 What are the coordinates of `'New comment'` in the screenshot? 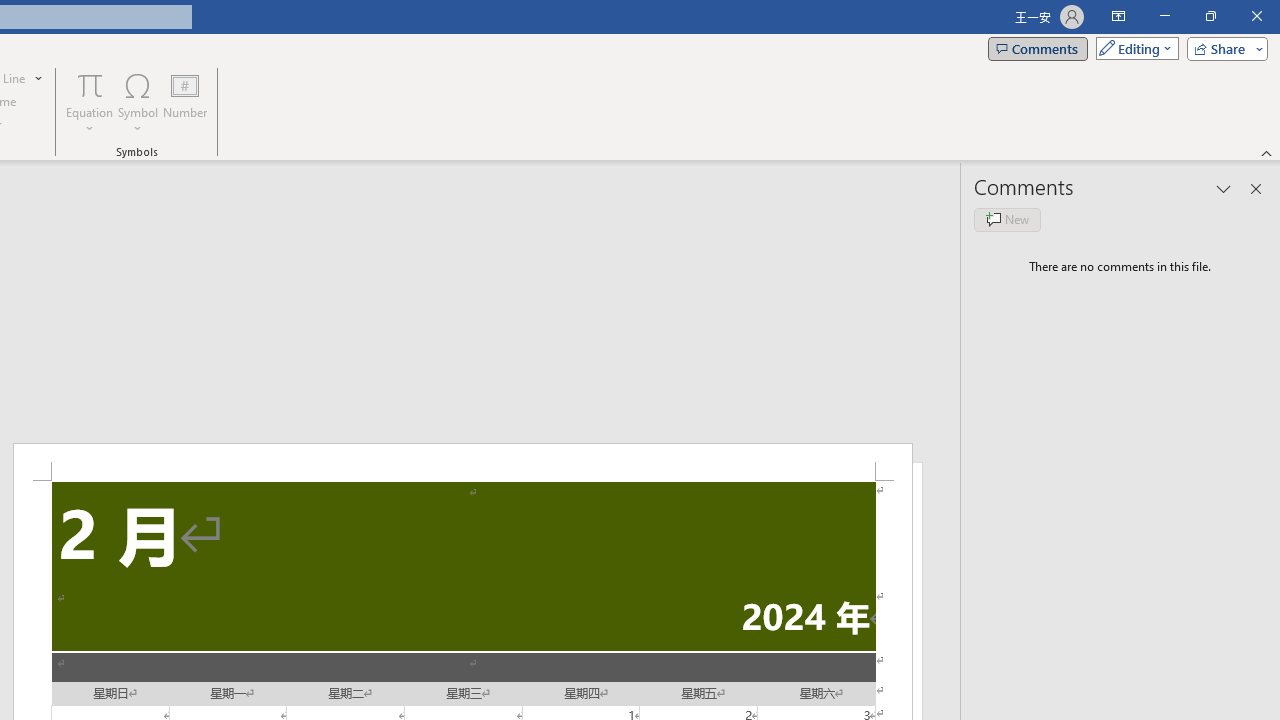 It's located at (1007, 219).